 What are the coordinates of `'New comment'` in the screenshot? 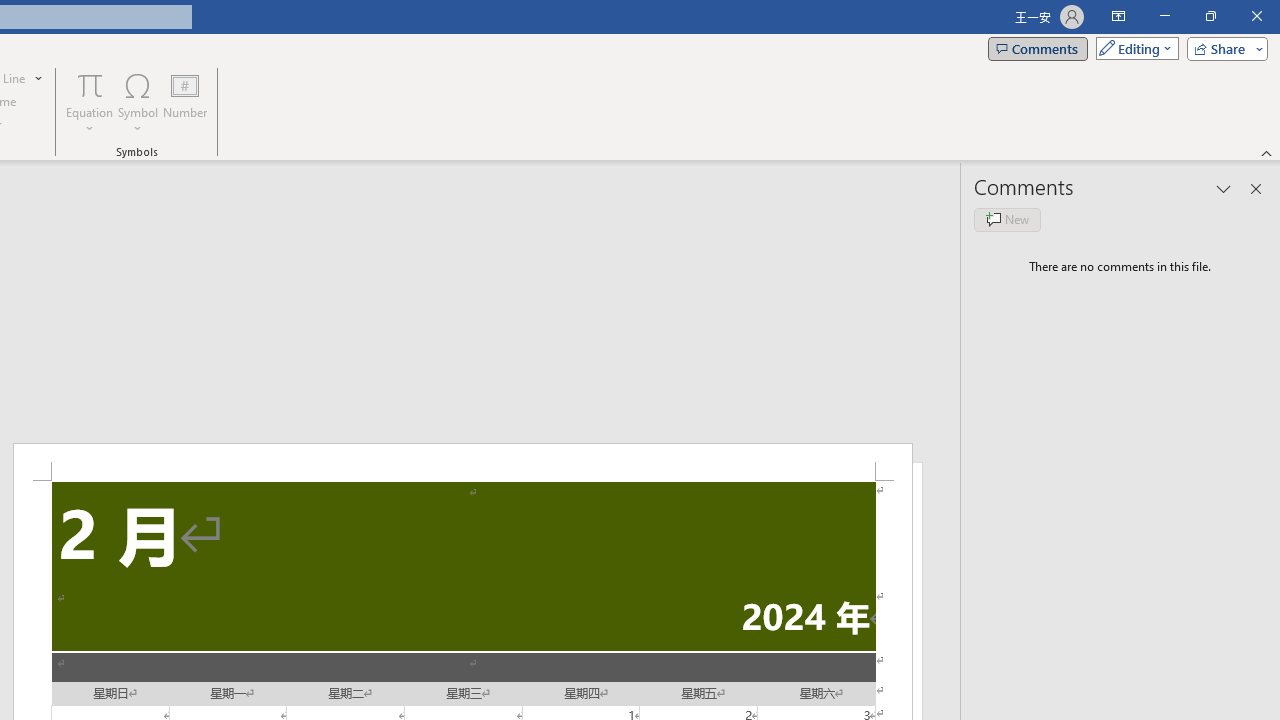 It's located at (1007, 219).